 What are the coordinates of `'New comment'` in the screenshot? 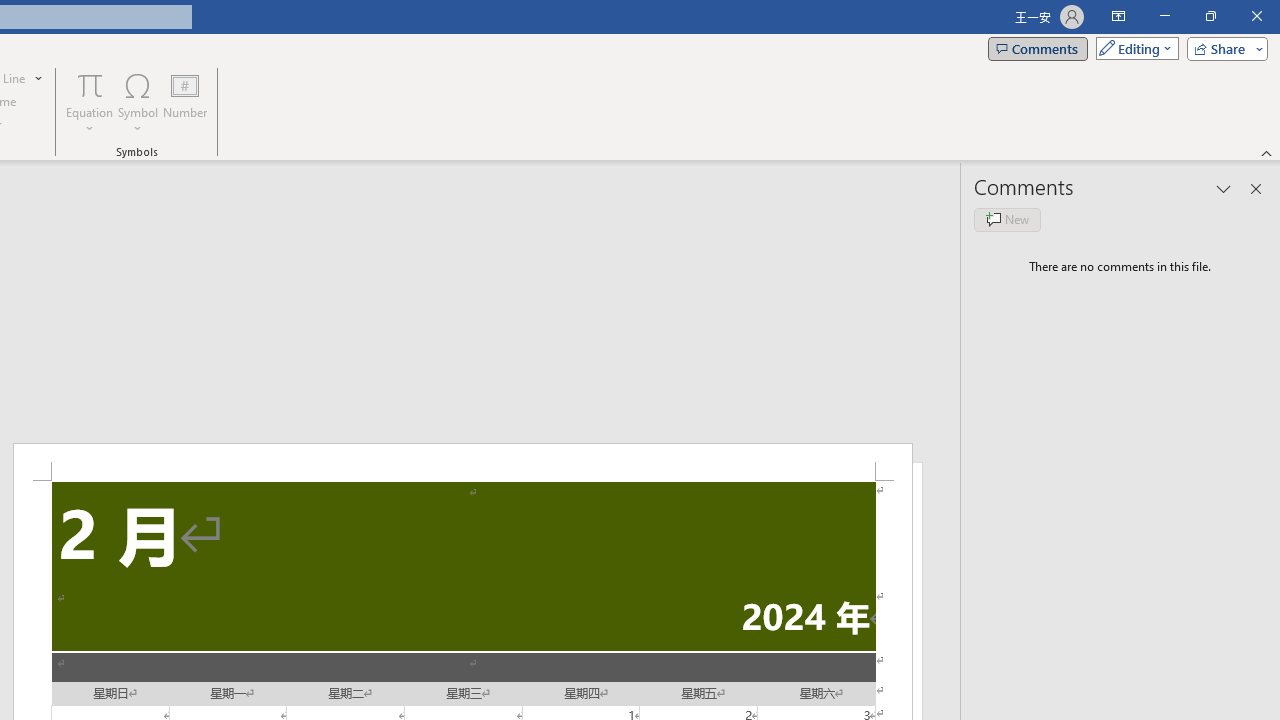 It's located at (1007, 219).